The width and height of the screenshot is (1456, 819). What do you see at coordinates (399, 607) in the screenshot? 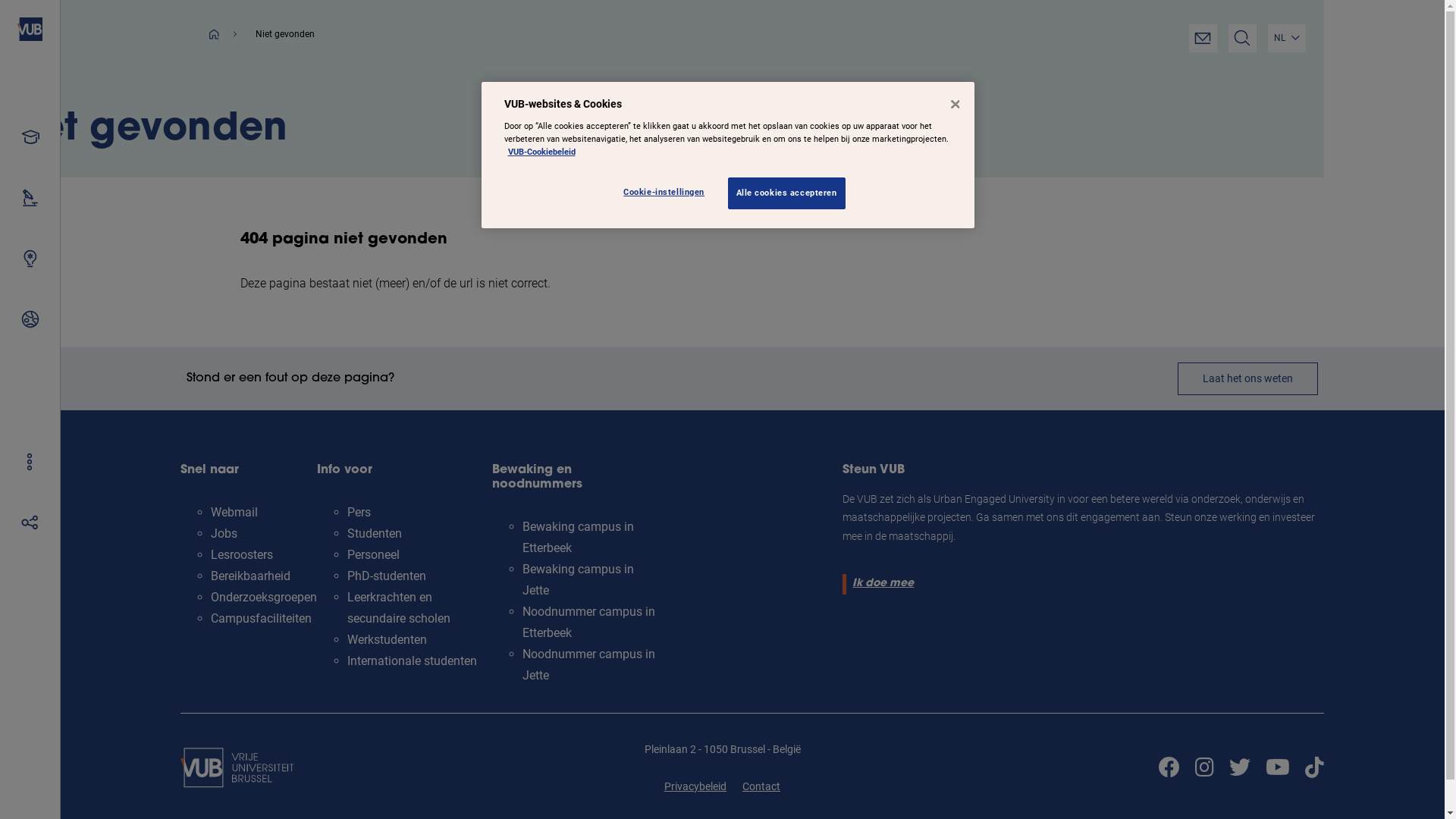
I see `'Leerkrachten en secundaire scholen'` at bounding box center [399, 607].